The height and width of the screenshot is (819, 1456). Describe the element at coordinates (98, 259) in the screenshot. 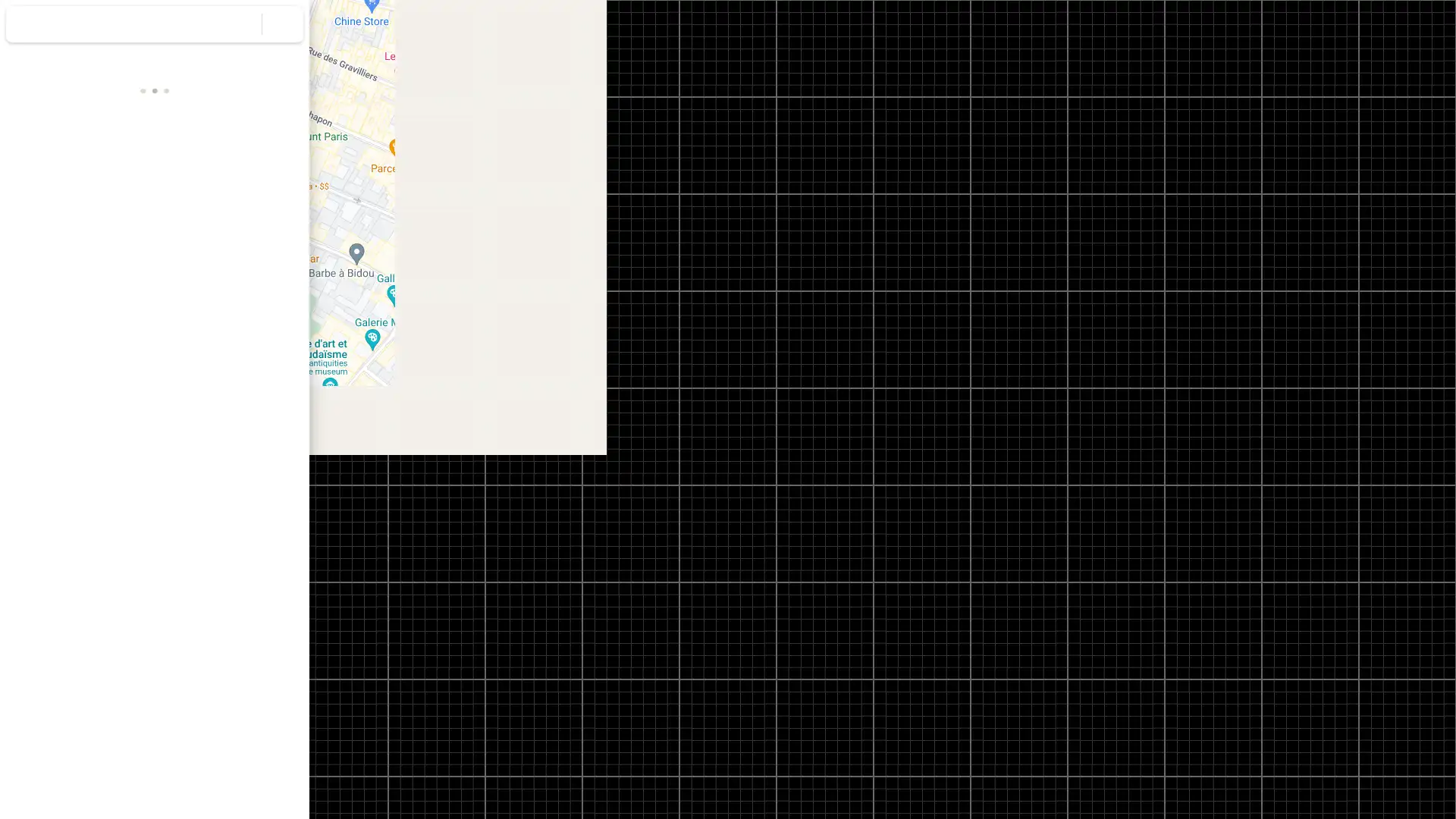

I see `Save 5 Rue de Palestro in your lists` at that location.